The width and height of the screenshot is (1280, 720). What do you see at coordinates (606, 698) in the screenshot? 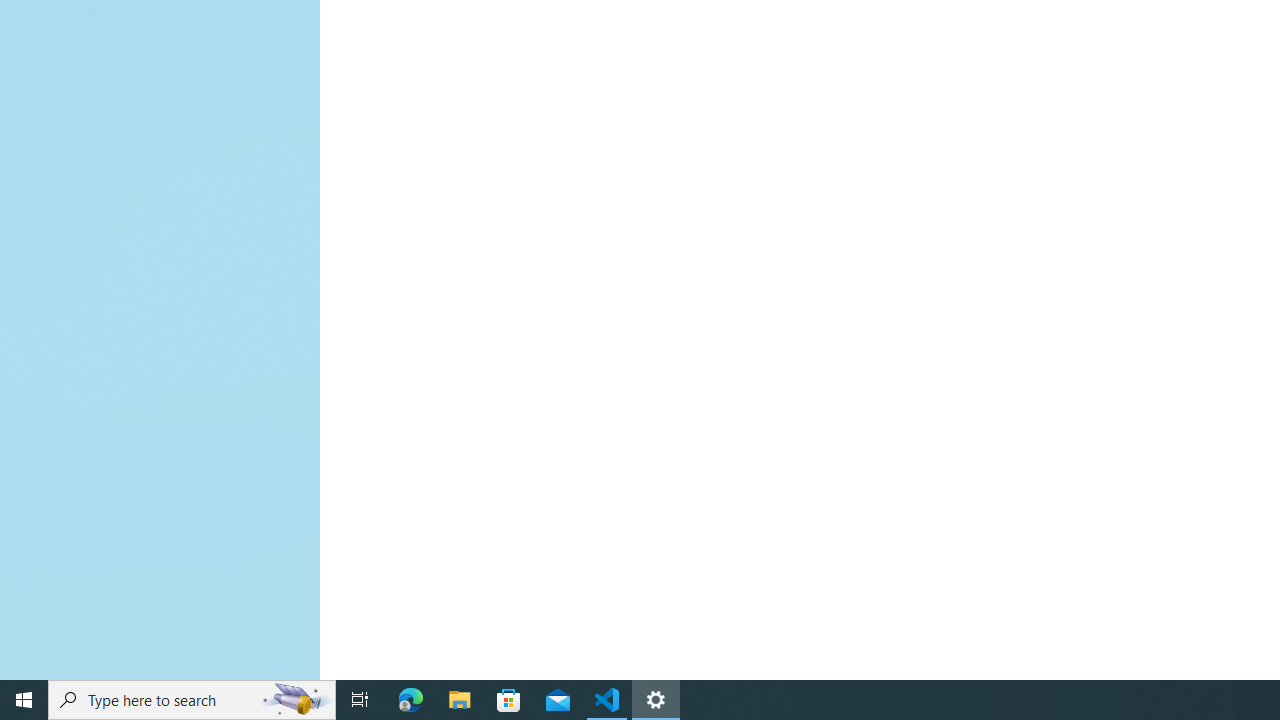
I see `'Visual Studio Code - 1 running window'` at bounding box center [606, 698].